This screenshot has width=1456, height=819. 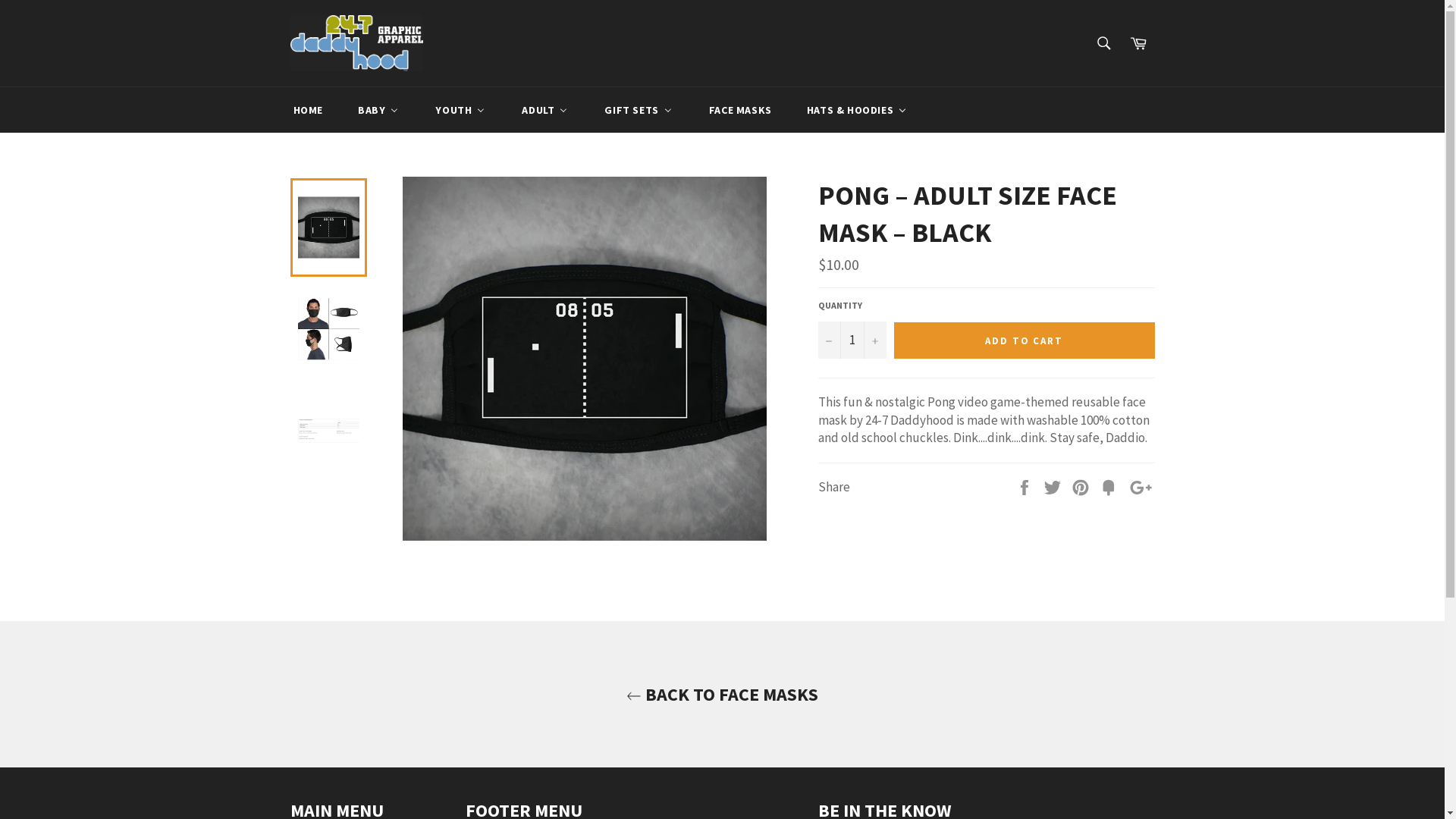 What do you see at coordinates (1141, 486) in the screenshot?
I see `'+1 on Google Plus'` at bounding box center [1141, 486].